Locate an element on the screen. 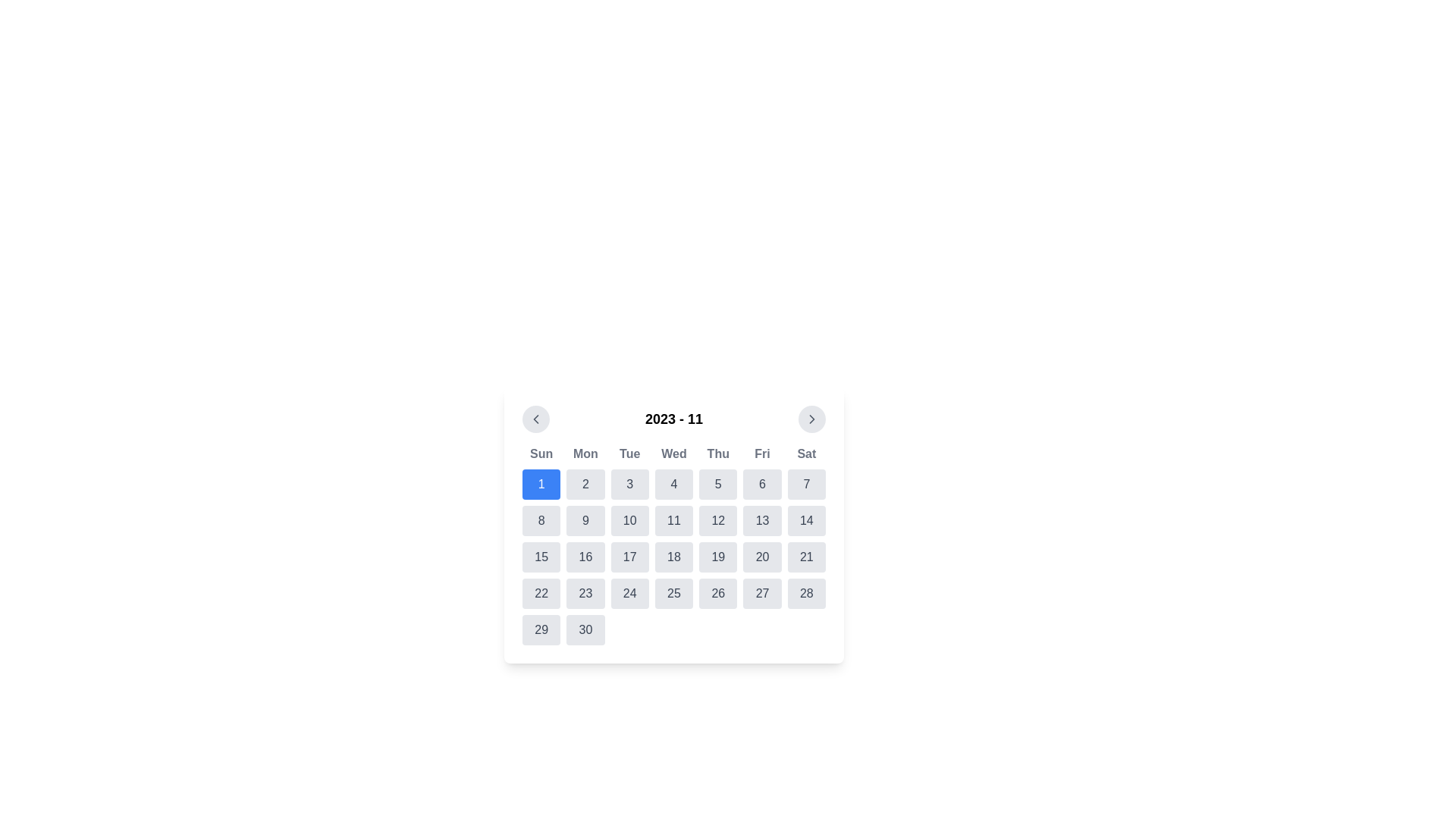  the non-interactive label indicating 'Tuesday' which is positioned above the calendar grid, between 'Mon' and 'Wed' is located at coordinates (629, 453).